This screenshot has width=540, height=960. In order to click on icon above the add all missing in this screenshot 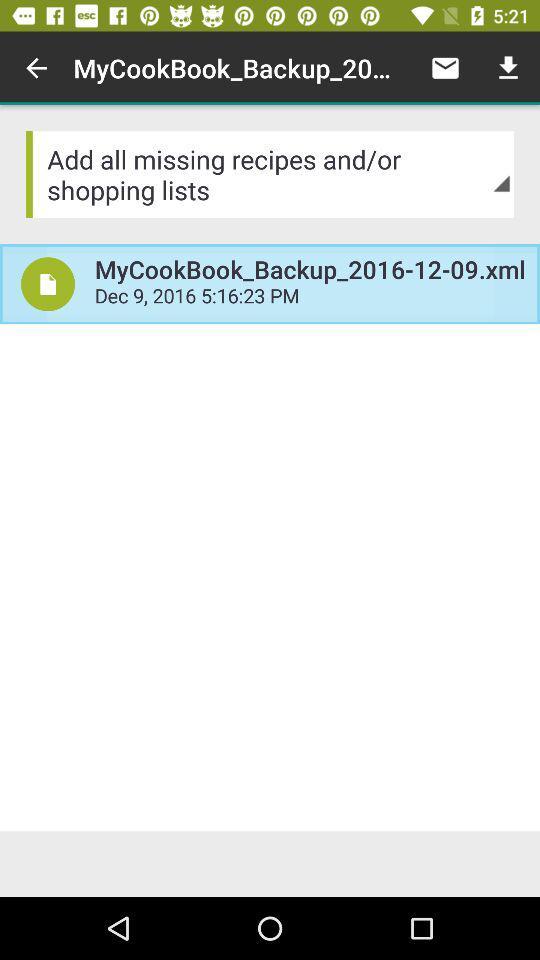, I will do `click(36, 68)`.